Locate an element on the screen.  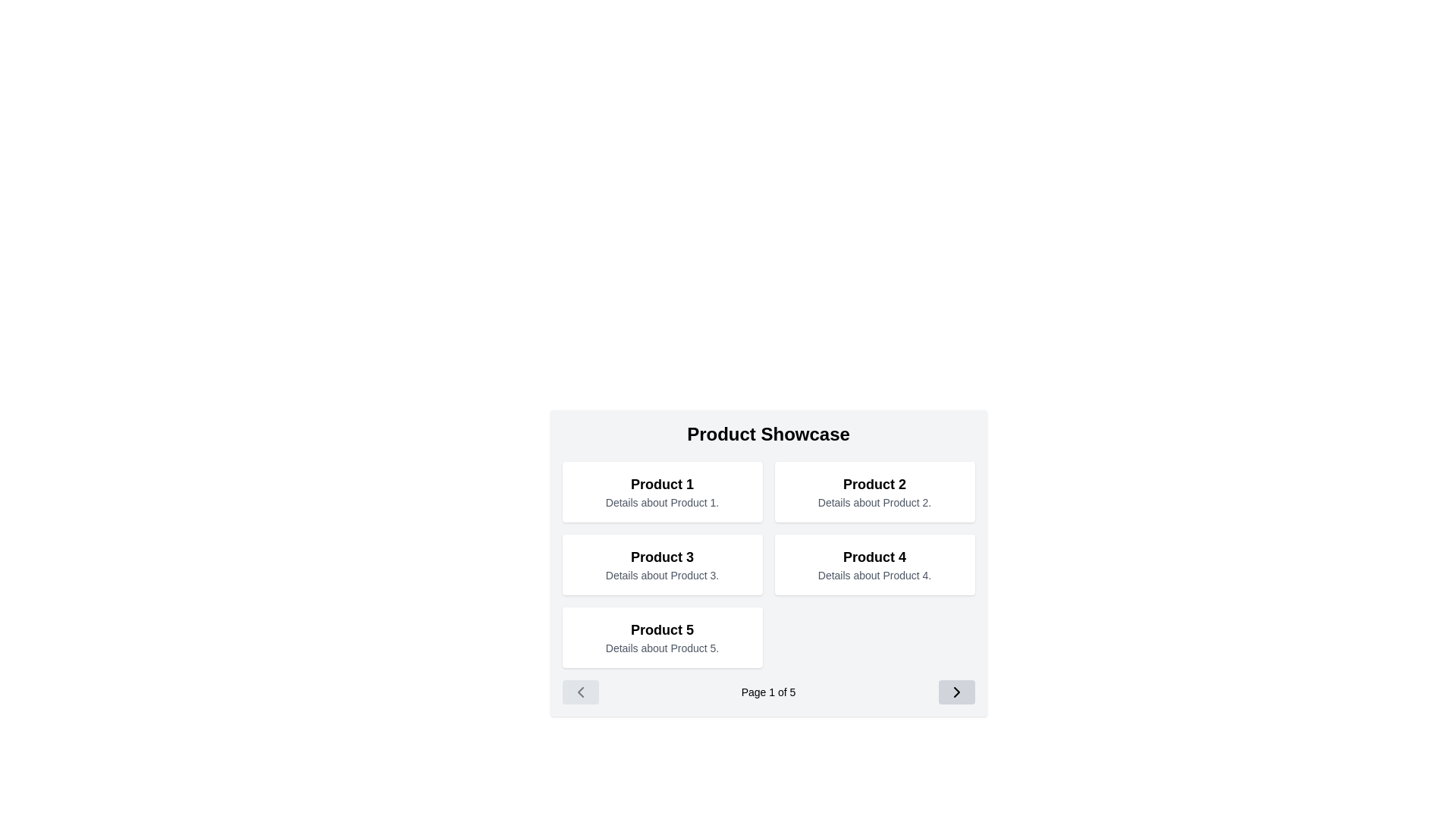
the label providing additional descriptive text about 'Product 1', located directly below the title in the first product card is located at coordinates (662, 503).